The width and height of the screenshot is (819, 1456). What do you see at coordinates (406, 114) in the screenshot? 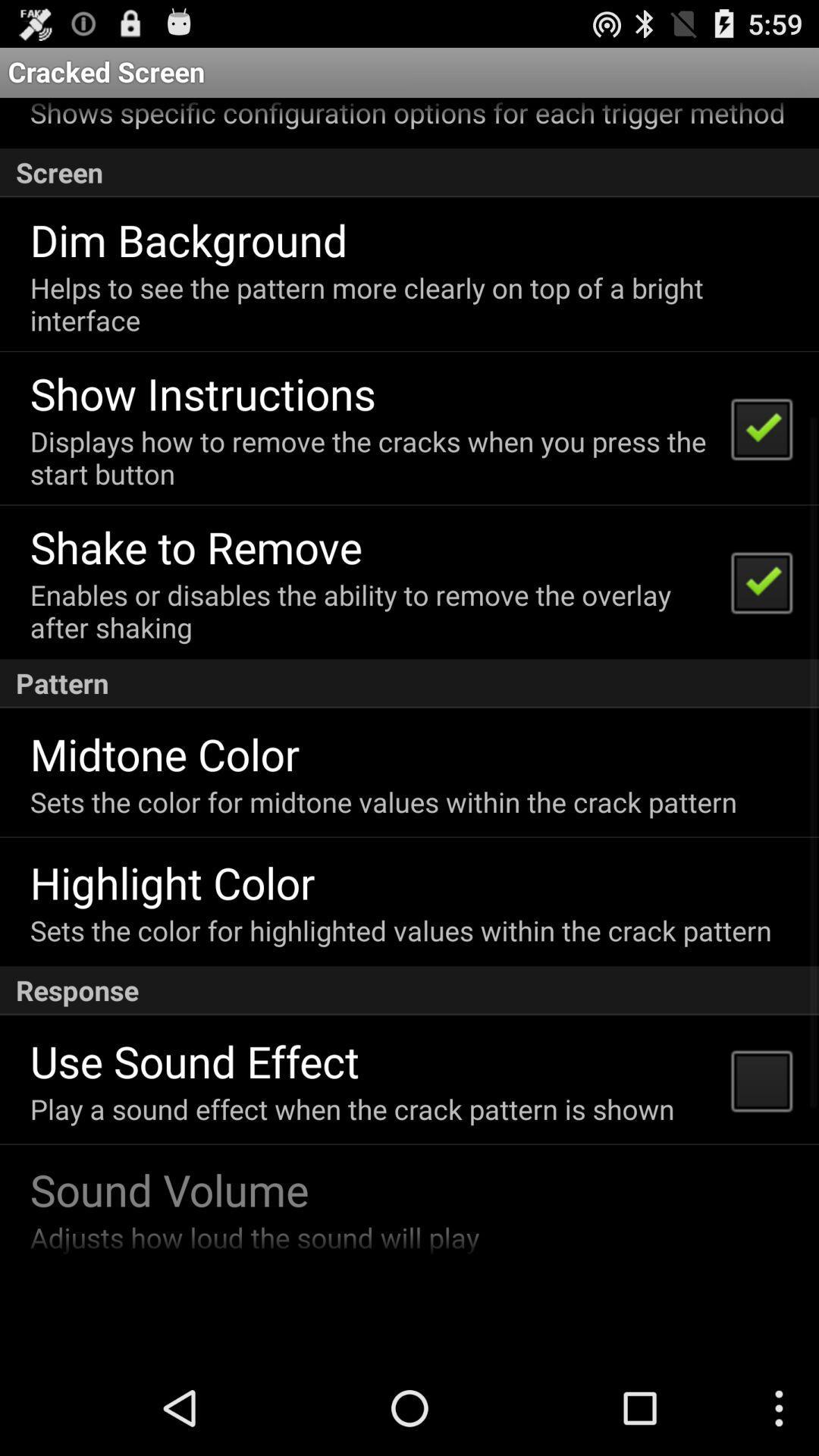
I see `the icon below cracked screen` at bounding box center [406, 114].